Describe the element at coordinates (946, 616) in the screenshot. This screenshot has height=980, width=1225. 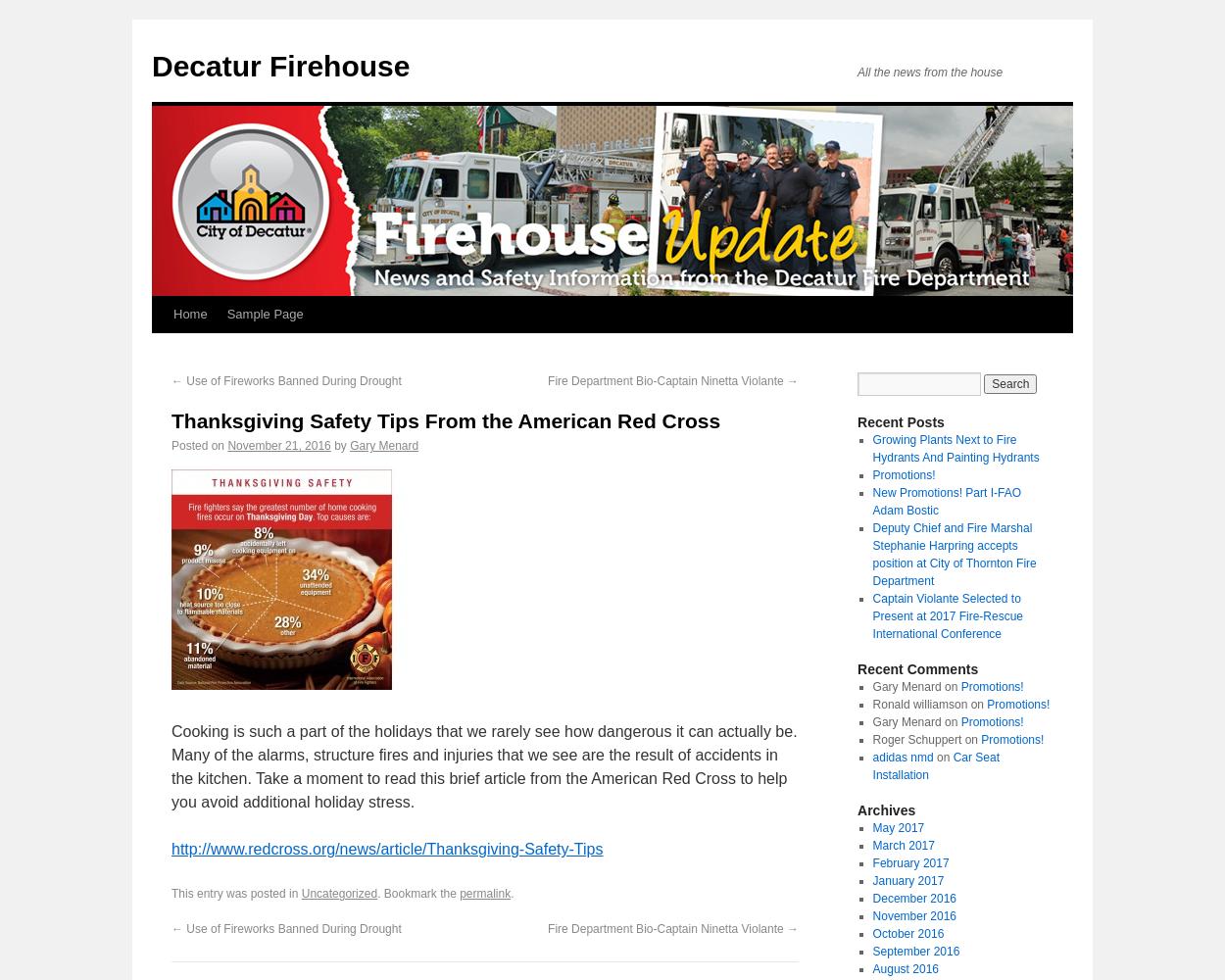
I see `'Captain Violante Selected to Present at 2017 Fire-Rescue International Conference'` at that location.